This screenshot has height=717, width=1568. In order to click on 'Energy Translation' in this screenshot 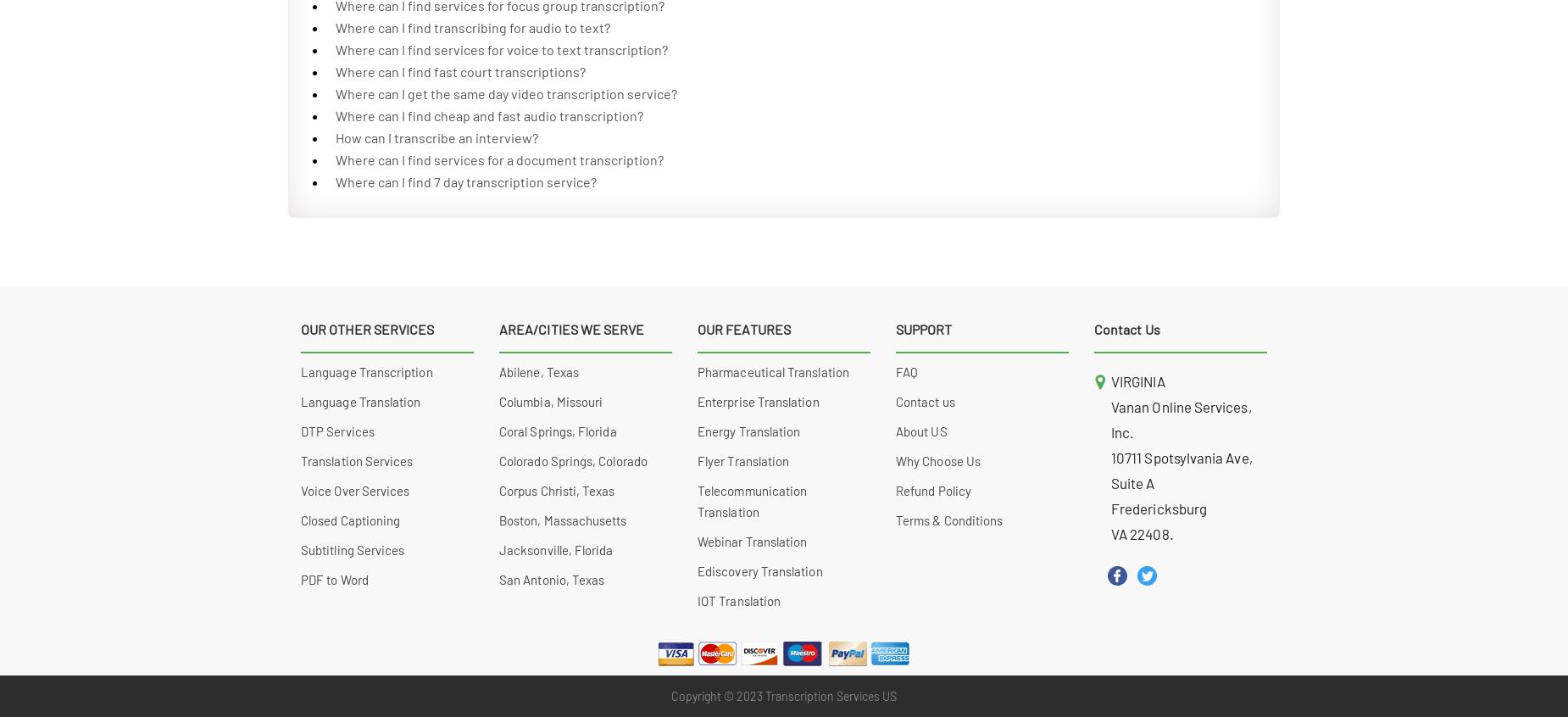, I will do `click(698, 431)`.